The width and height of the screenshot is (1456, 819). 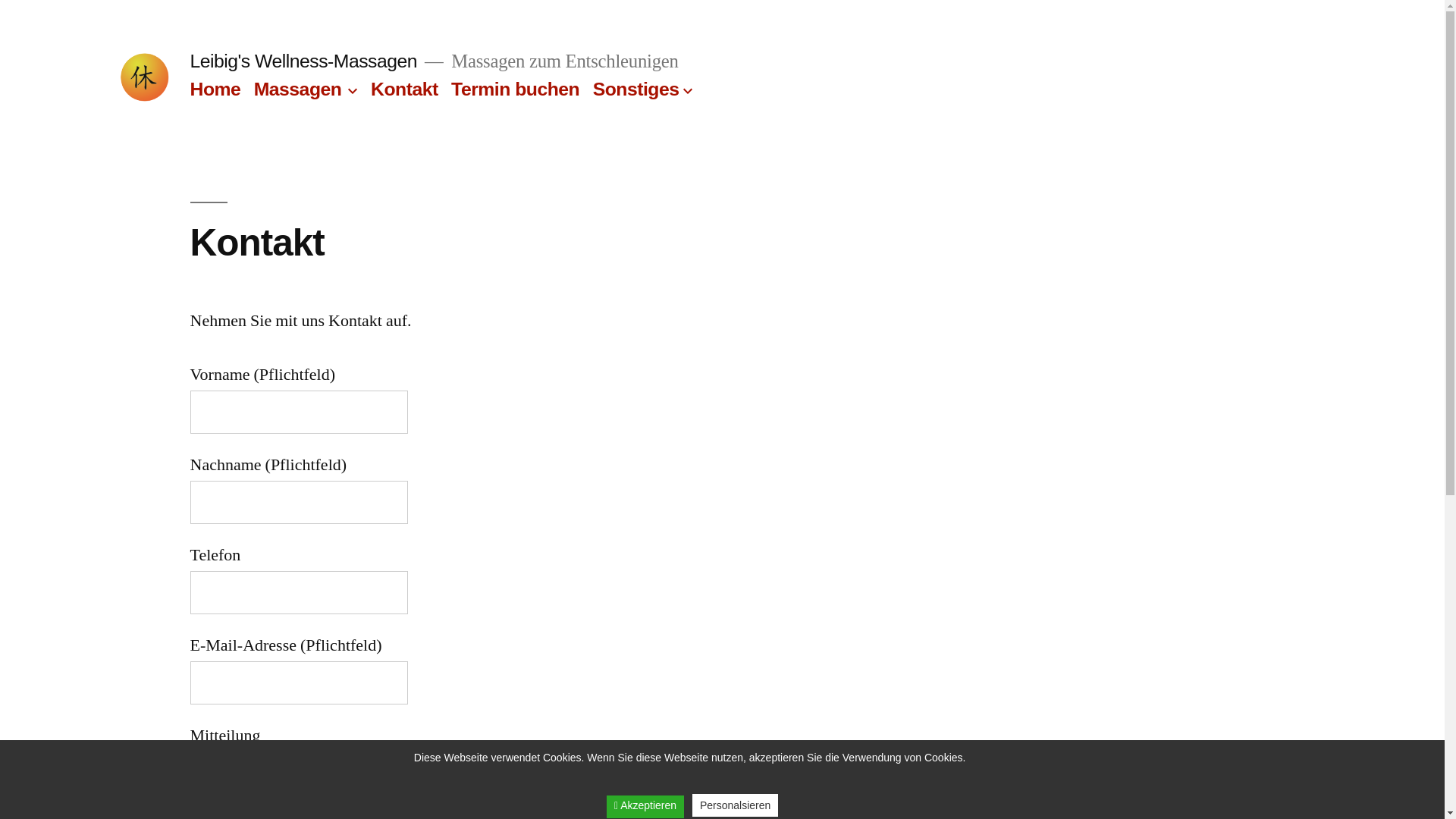 I want to click on 'Sonstiges', so click(x=592, y=89).